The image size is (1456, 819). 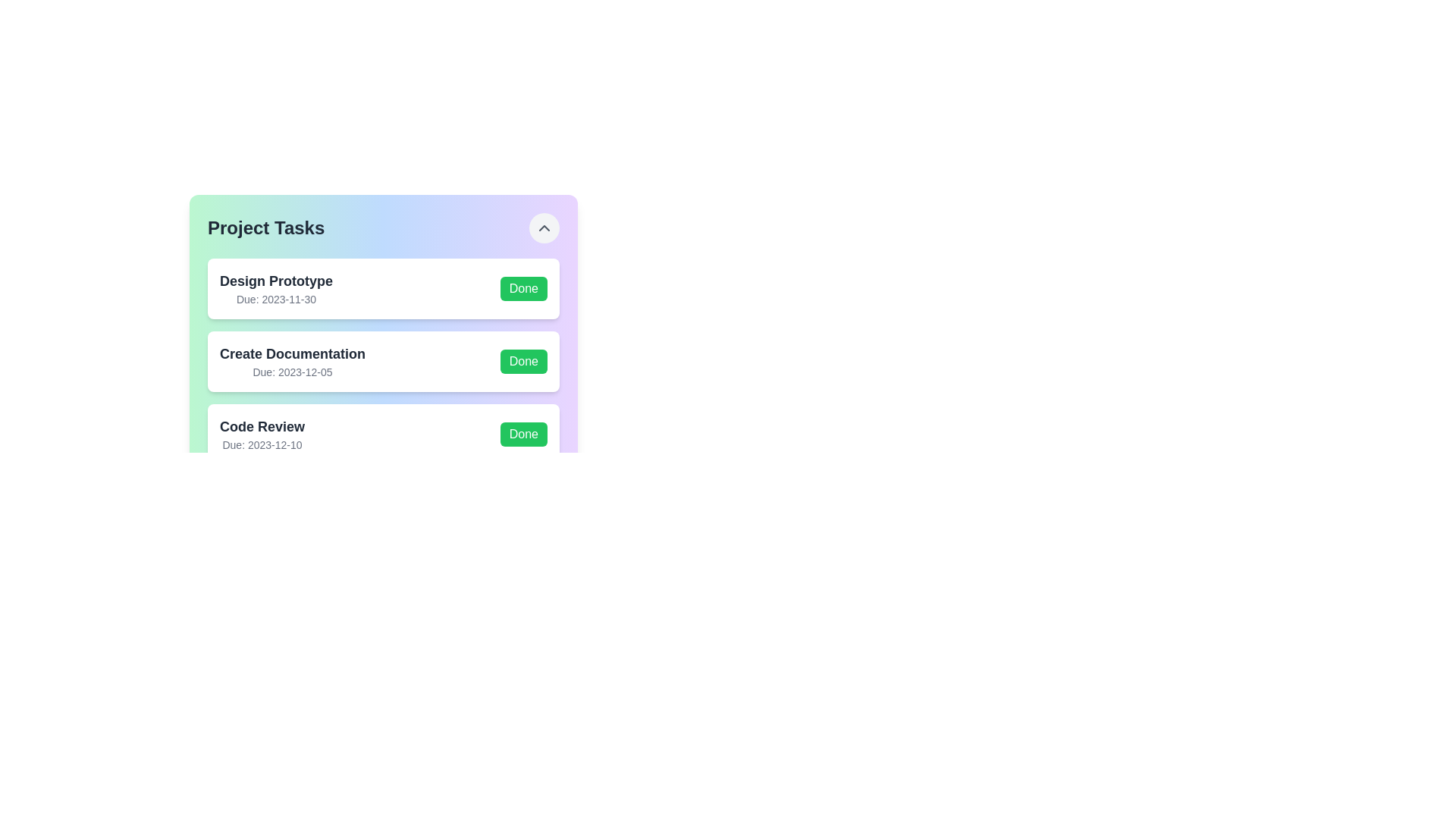 I want to click on the expand/collapse button to toggle the visibility of the task list, so click(x=544, y=227).